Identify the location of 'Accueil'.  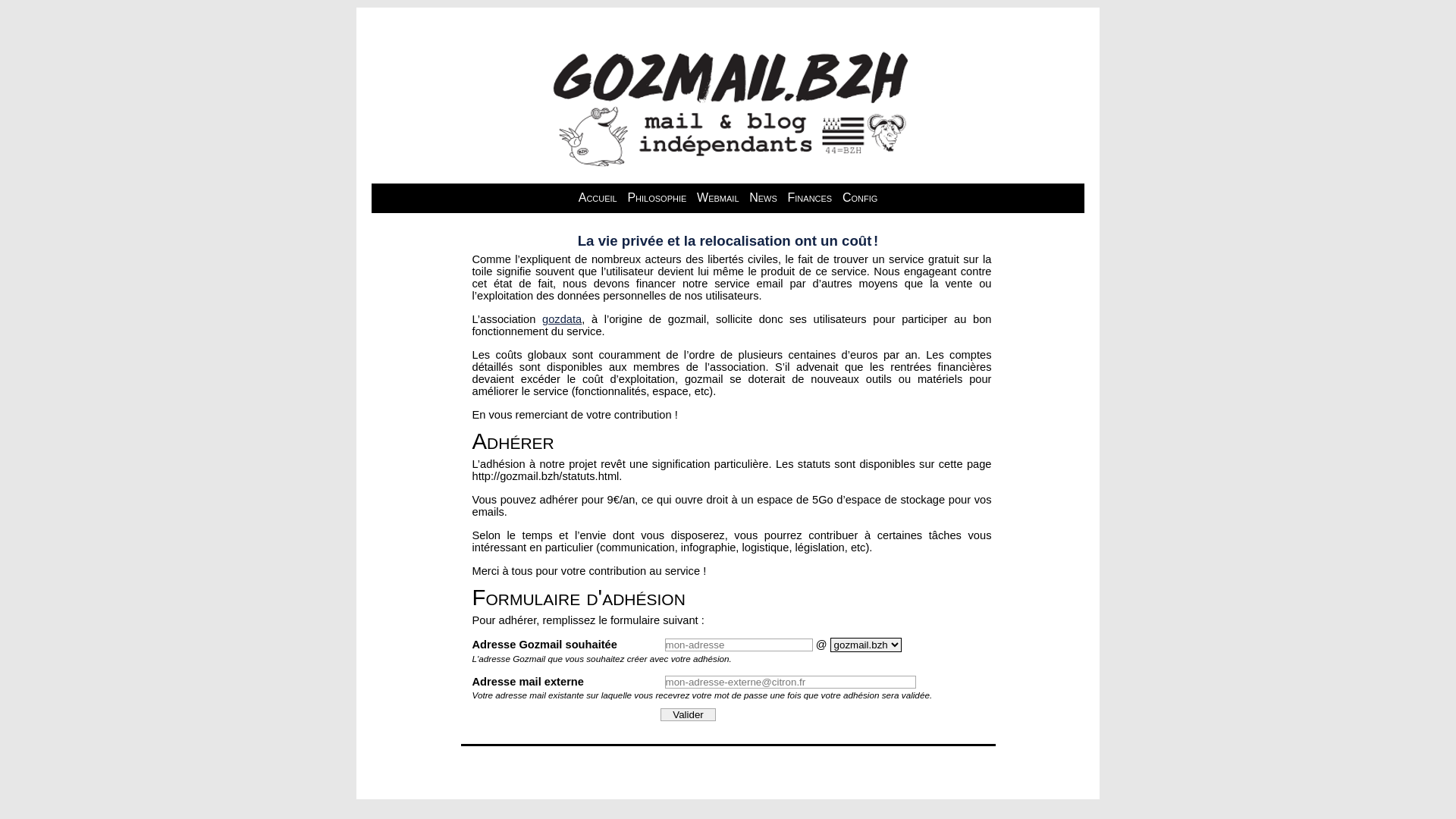
(597, 196).